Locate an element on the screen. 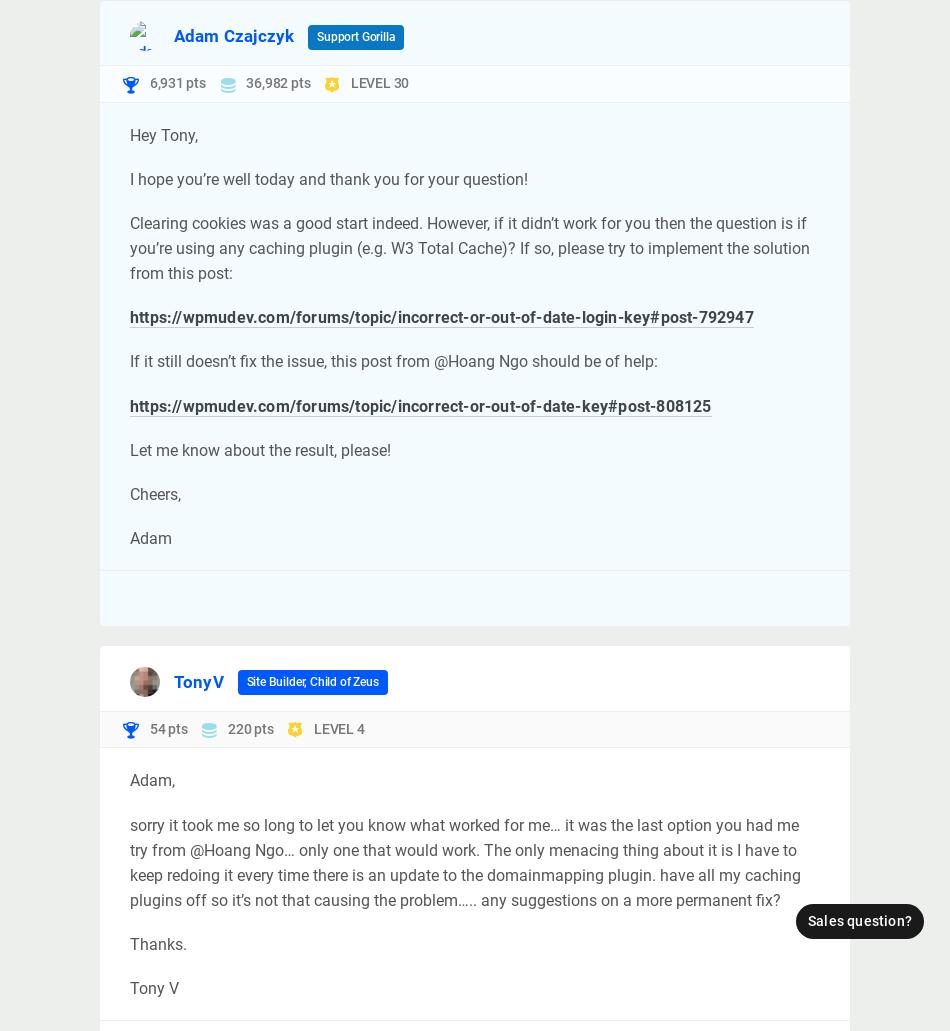 This screenshot has width=950, height=1031. 'Support Gorilla' is located at coordinates (316, 35).